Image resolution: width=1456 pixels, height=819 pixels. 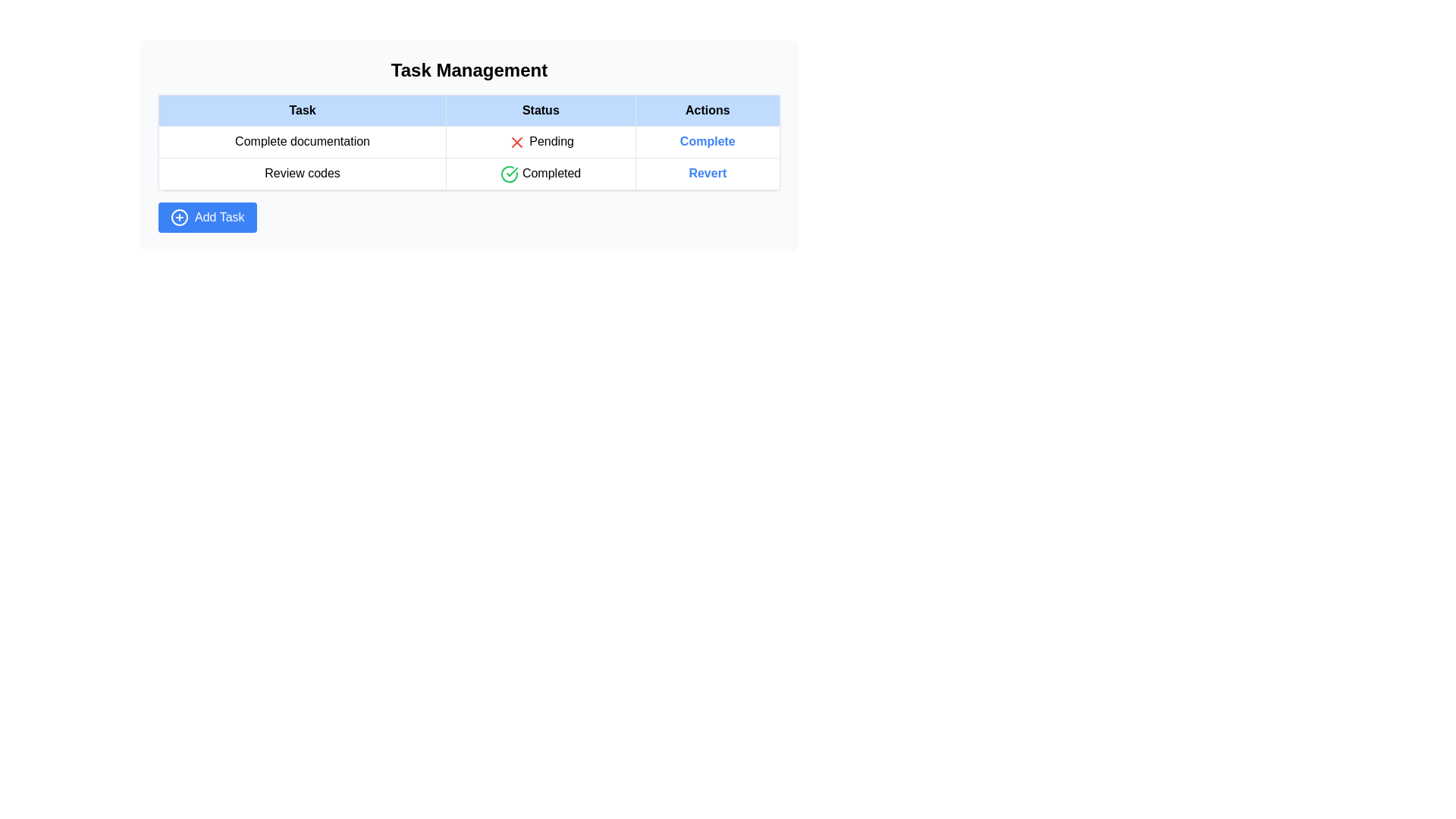 What do you see at coordinates (179, 216) in the screenshot?
I see `the small circular icon with a plus sign in its center, which has a blue background and white outline, located inside the 'Add Task' button at the bottom-left of the task management panel` at bounding box center [179, 216].